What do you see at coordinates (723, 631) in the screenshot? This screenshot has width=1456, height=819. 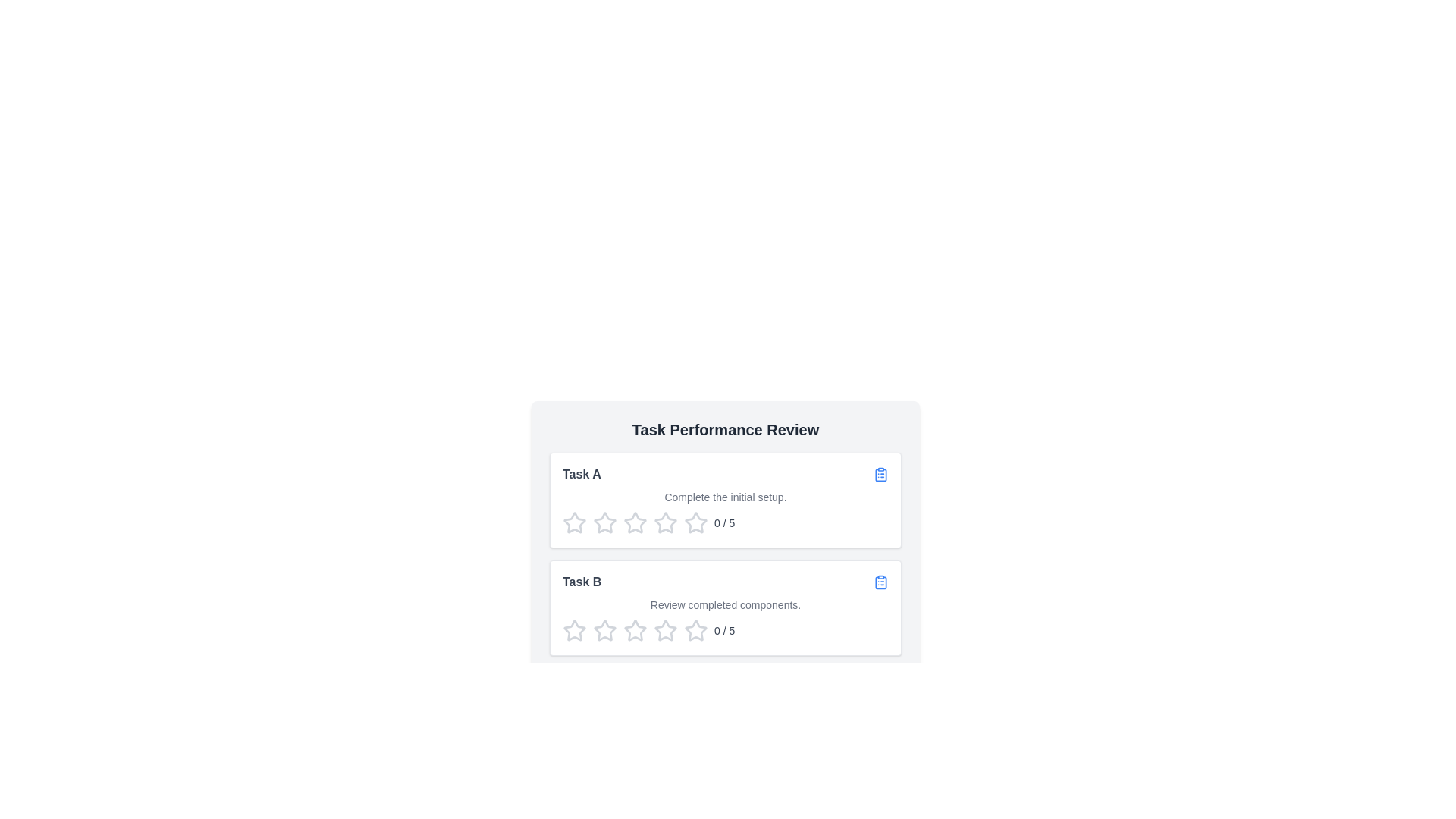 I see `the text label displaying '0 / 5' which is located in the bottom section of the 'Task Performance Review' panel, adjacent to the star icons for rating` at bounding box center [723, 631].